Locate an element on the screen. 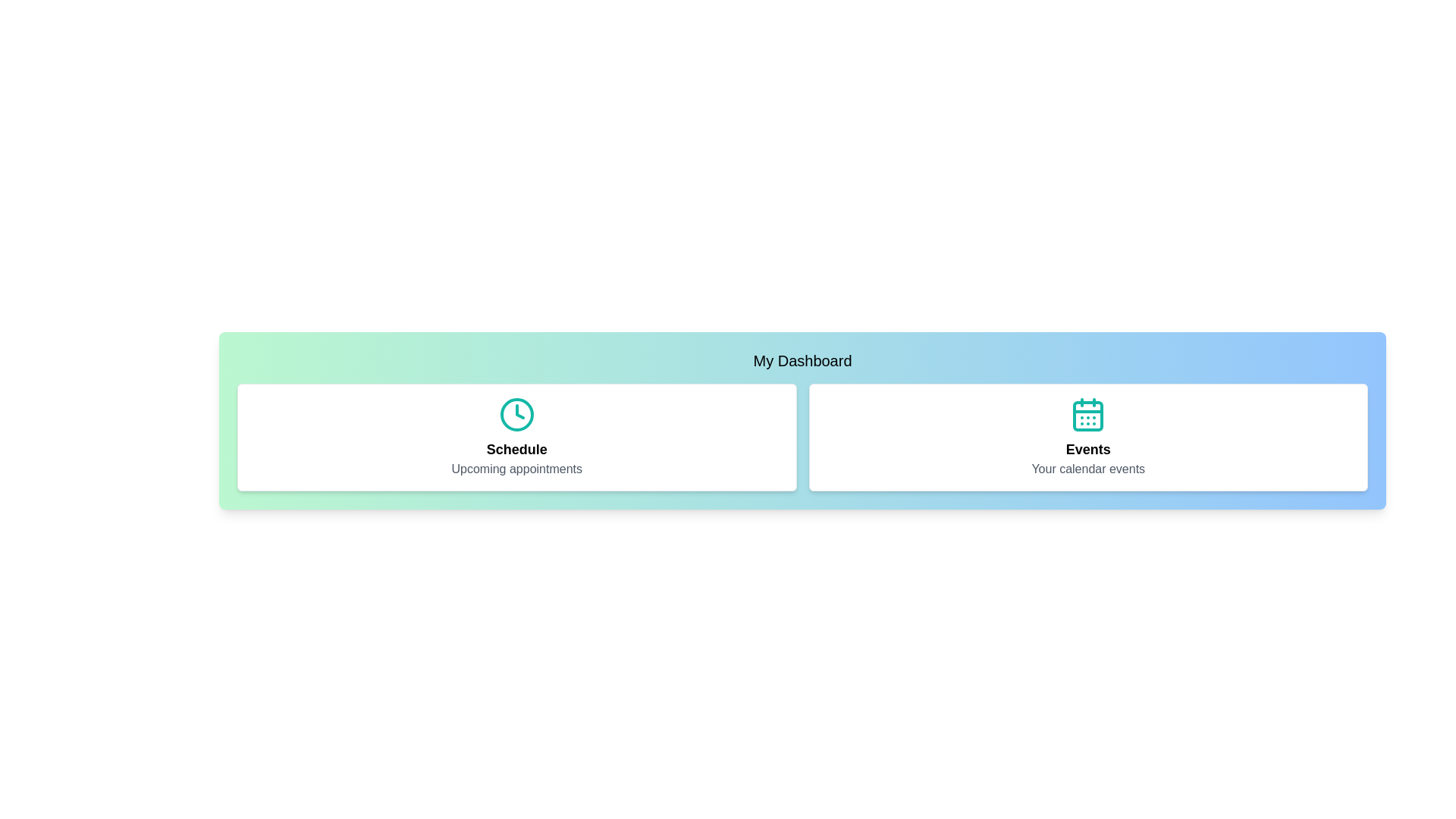 This screenshot has height=819, width=1456. the Multi-content card representing scheduled appointments is located at coordinates (516, 438).